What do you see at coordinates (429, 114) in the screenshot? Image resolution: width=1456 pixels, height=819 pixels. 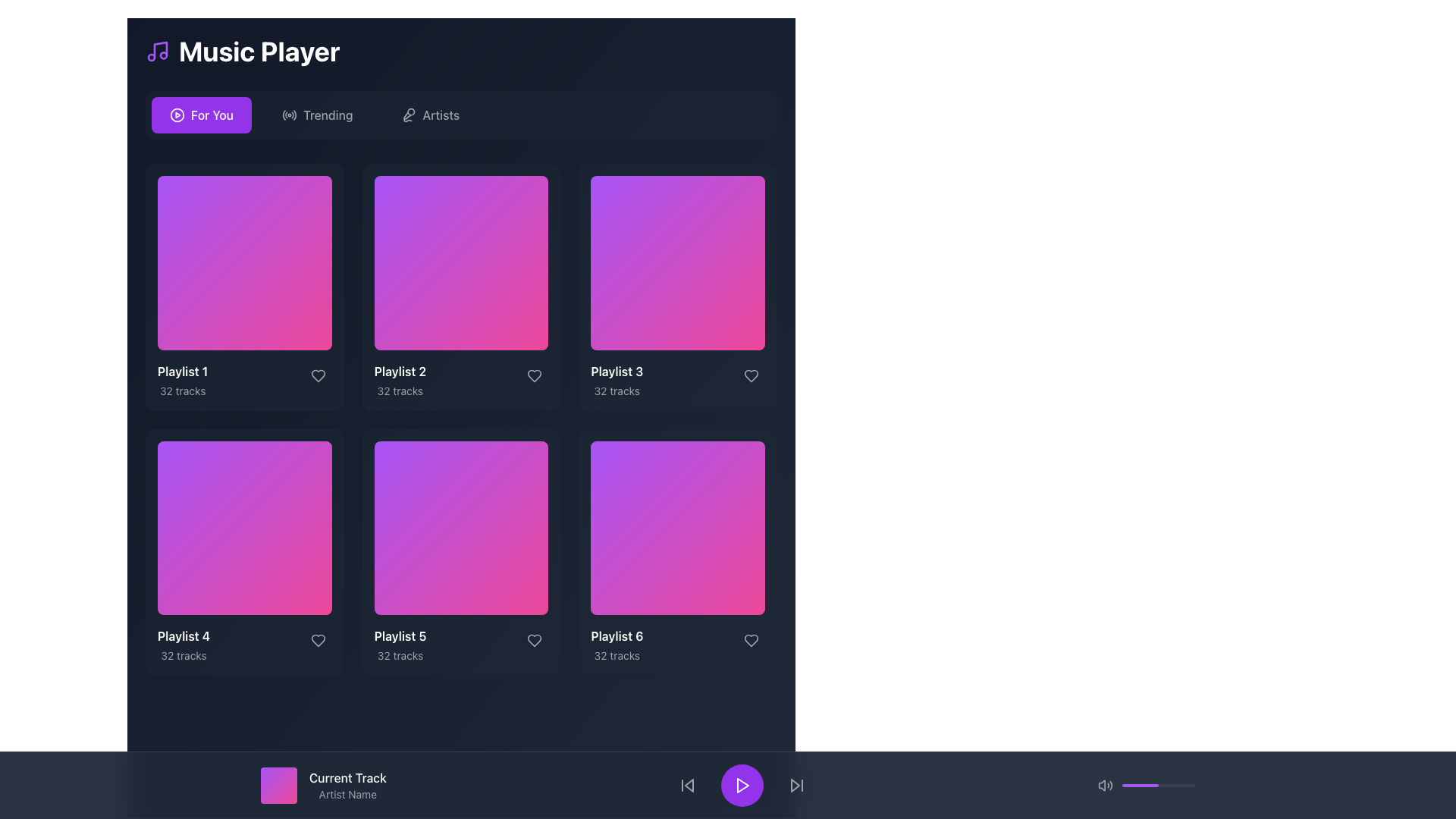 I see `the third button in the horizontal row of options located in the upper section of the interface` at bounding box center [429, 114].